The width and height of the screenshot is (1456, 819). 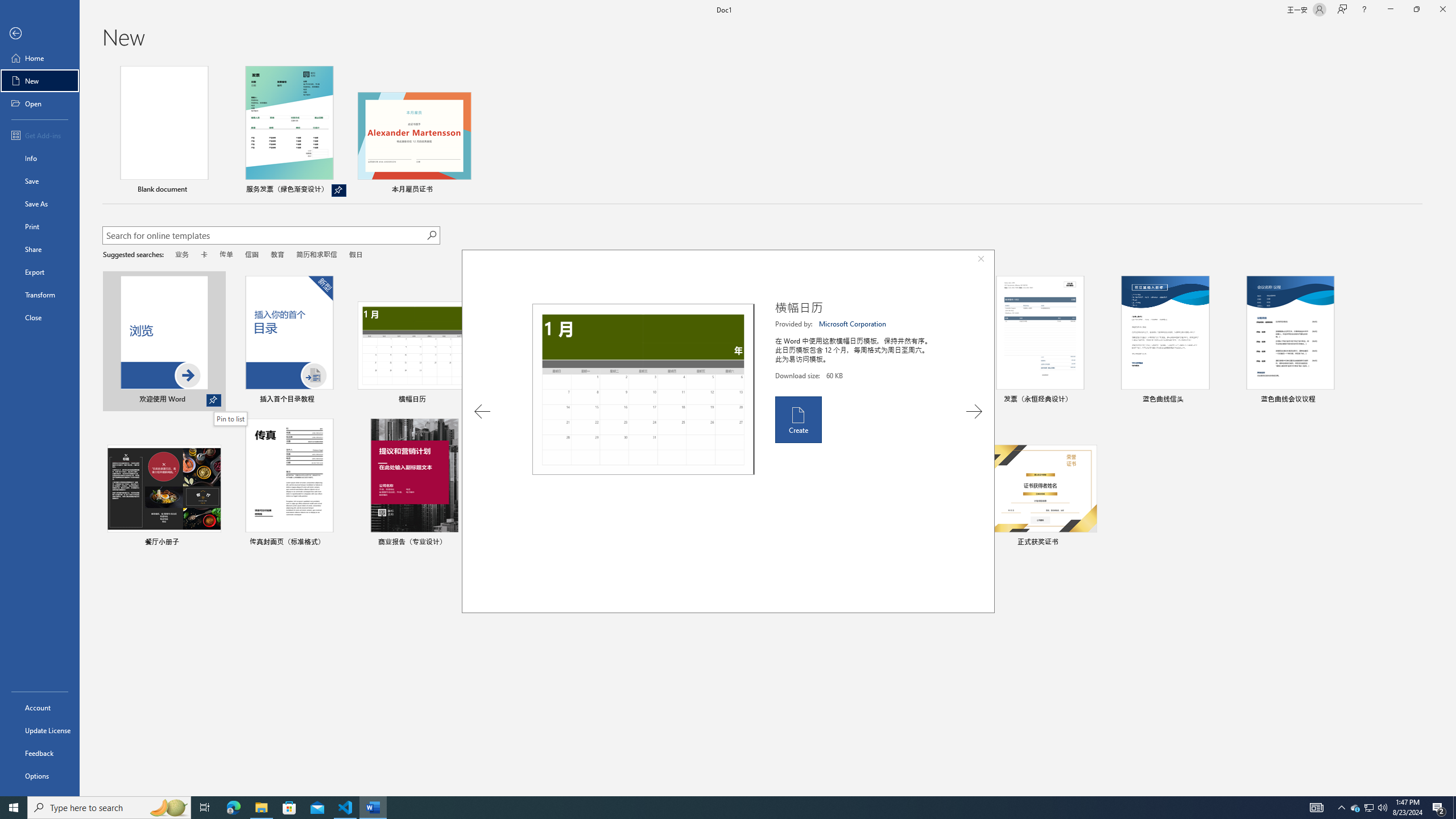 What do you see at coordinates (797, 419) in the screenshot?
I see `'Create'` at bounding box center [797, 419].